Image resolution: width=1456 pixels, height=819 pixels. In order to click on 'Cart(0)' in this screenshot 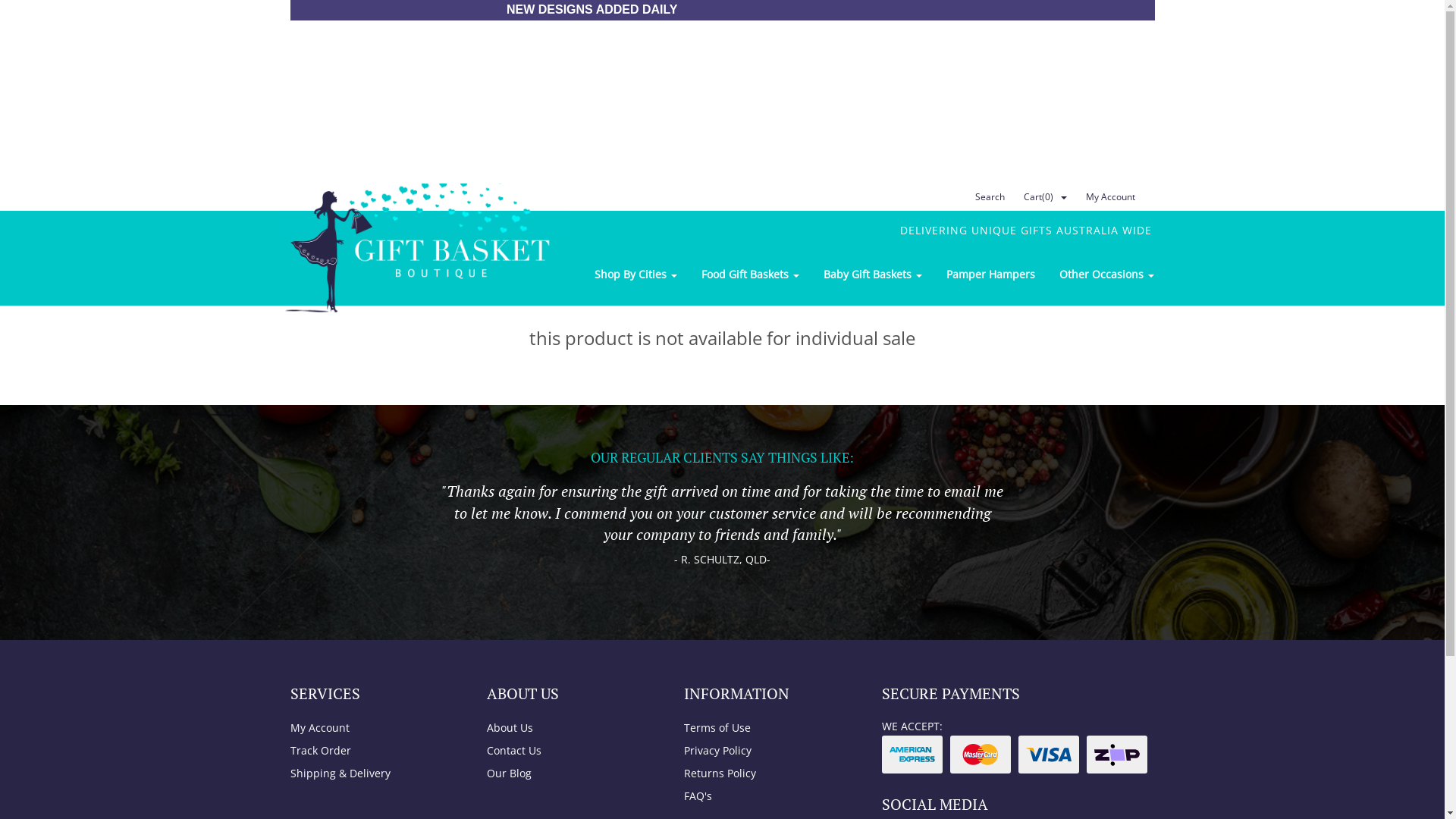, I will do `click(1012, 196)`.